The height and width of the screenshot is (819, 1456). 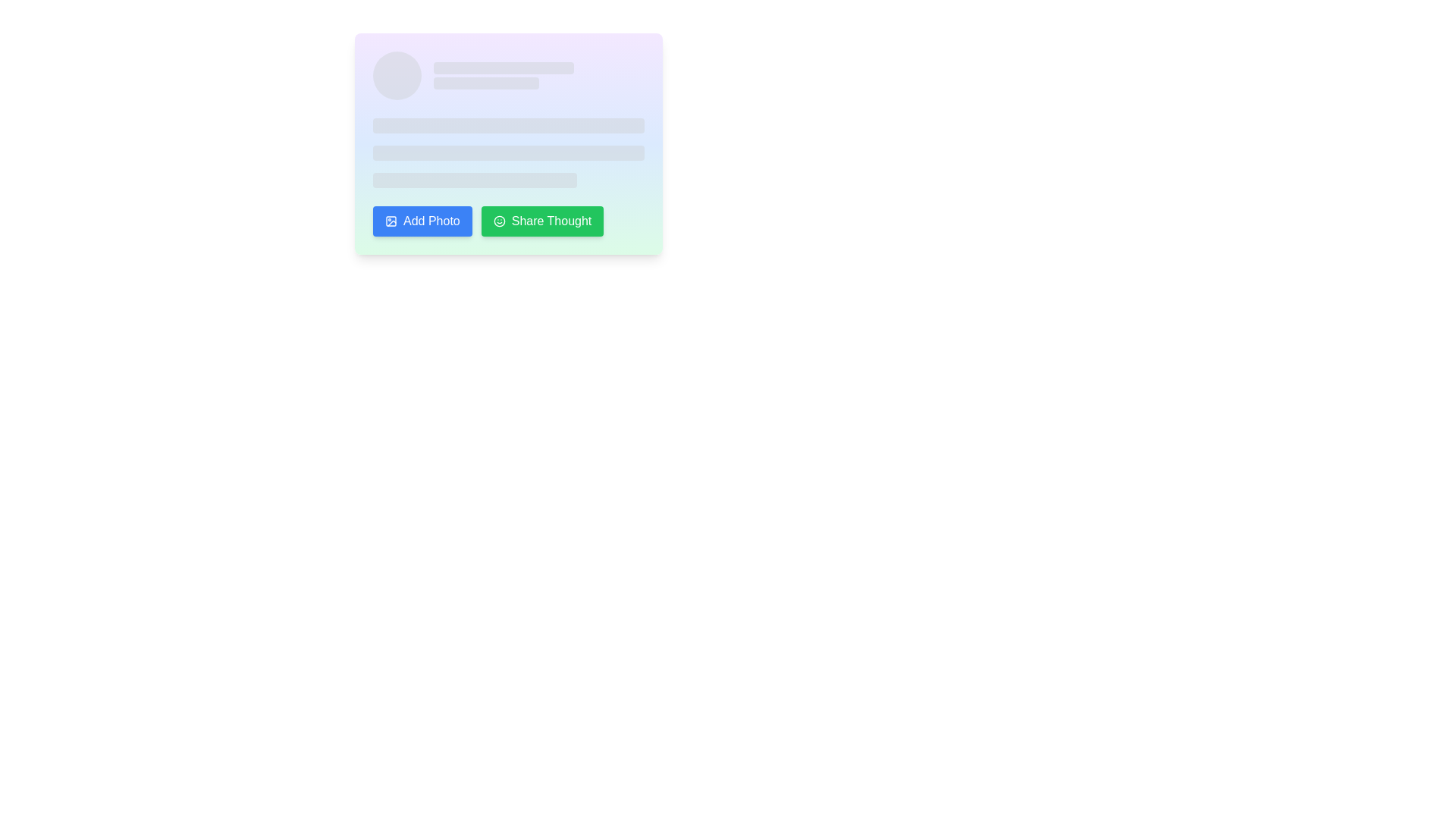 I want to click on the decorative rectangle element within the 'Add Photo' button's SVG, which enhances the button's visual appeal, so click(x=391, y=221).